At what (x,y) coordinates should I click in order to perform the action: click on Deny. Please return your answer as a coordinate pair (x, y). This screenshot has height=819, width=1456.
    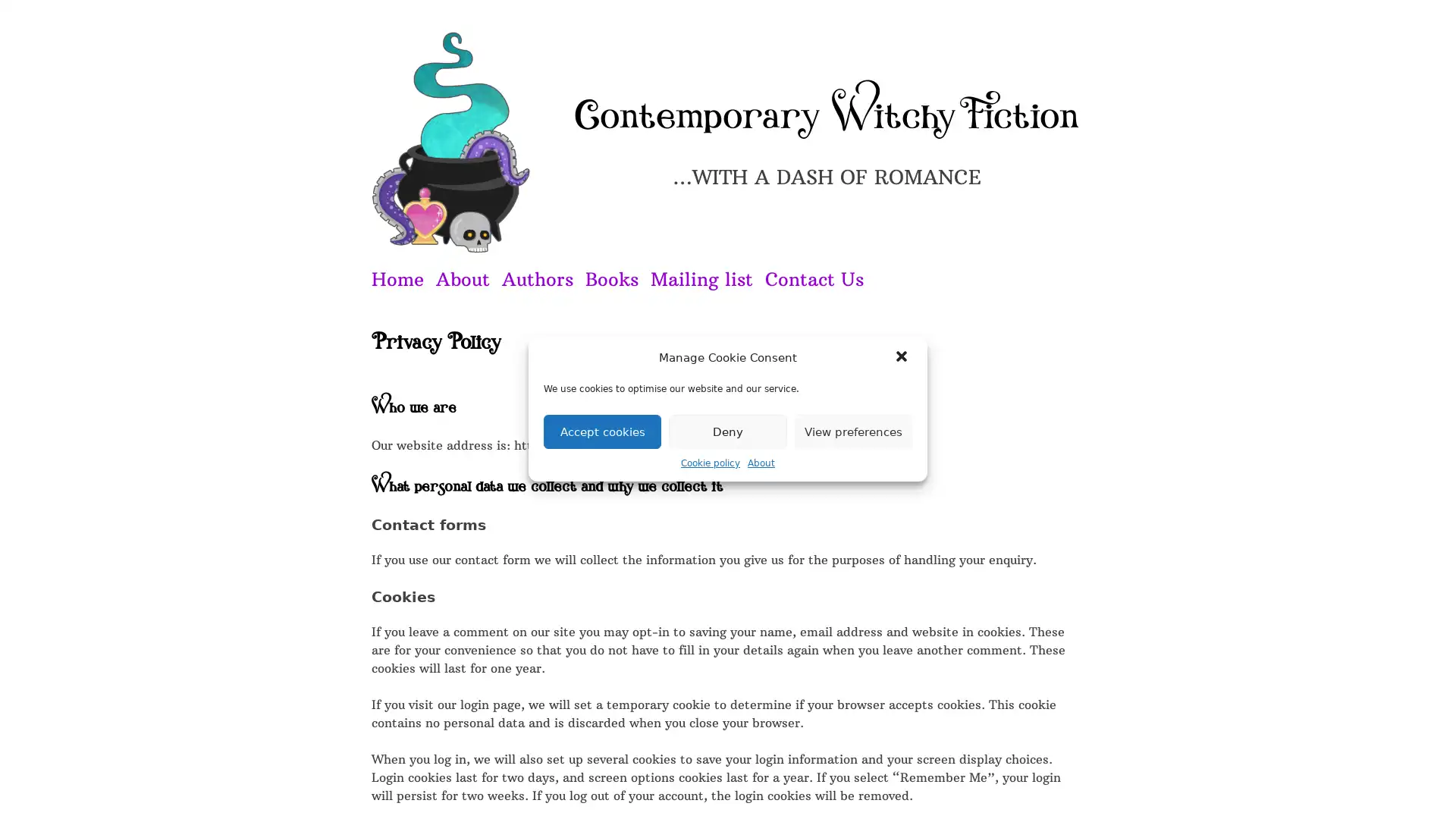
    Looking at the image, I should click on (726, 431).